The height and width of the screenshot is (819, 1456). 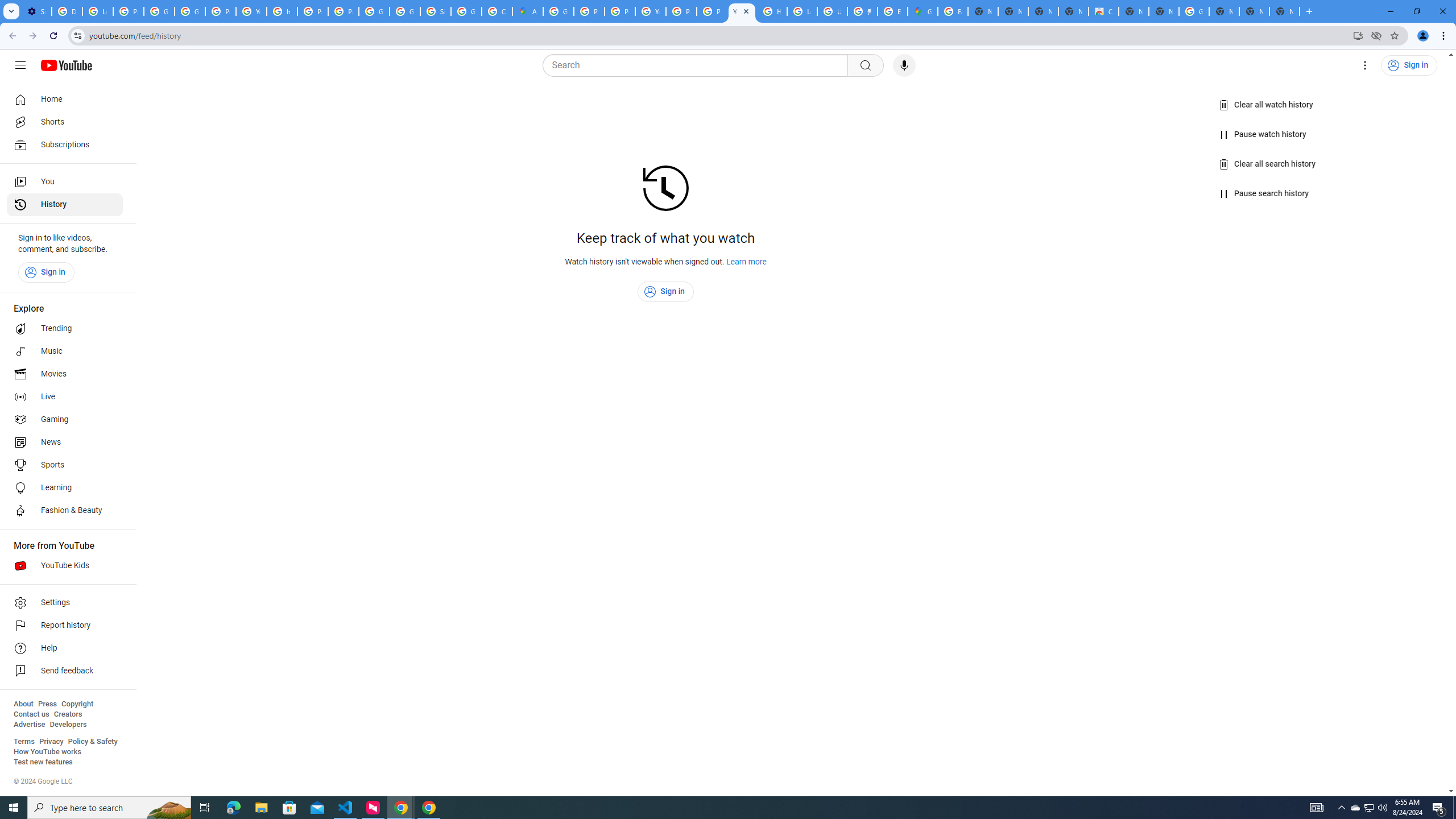 I want to click on 'How Chrome protects your passwords - Google Chrome Help', so click(x=771, y=11).